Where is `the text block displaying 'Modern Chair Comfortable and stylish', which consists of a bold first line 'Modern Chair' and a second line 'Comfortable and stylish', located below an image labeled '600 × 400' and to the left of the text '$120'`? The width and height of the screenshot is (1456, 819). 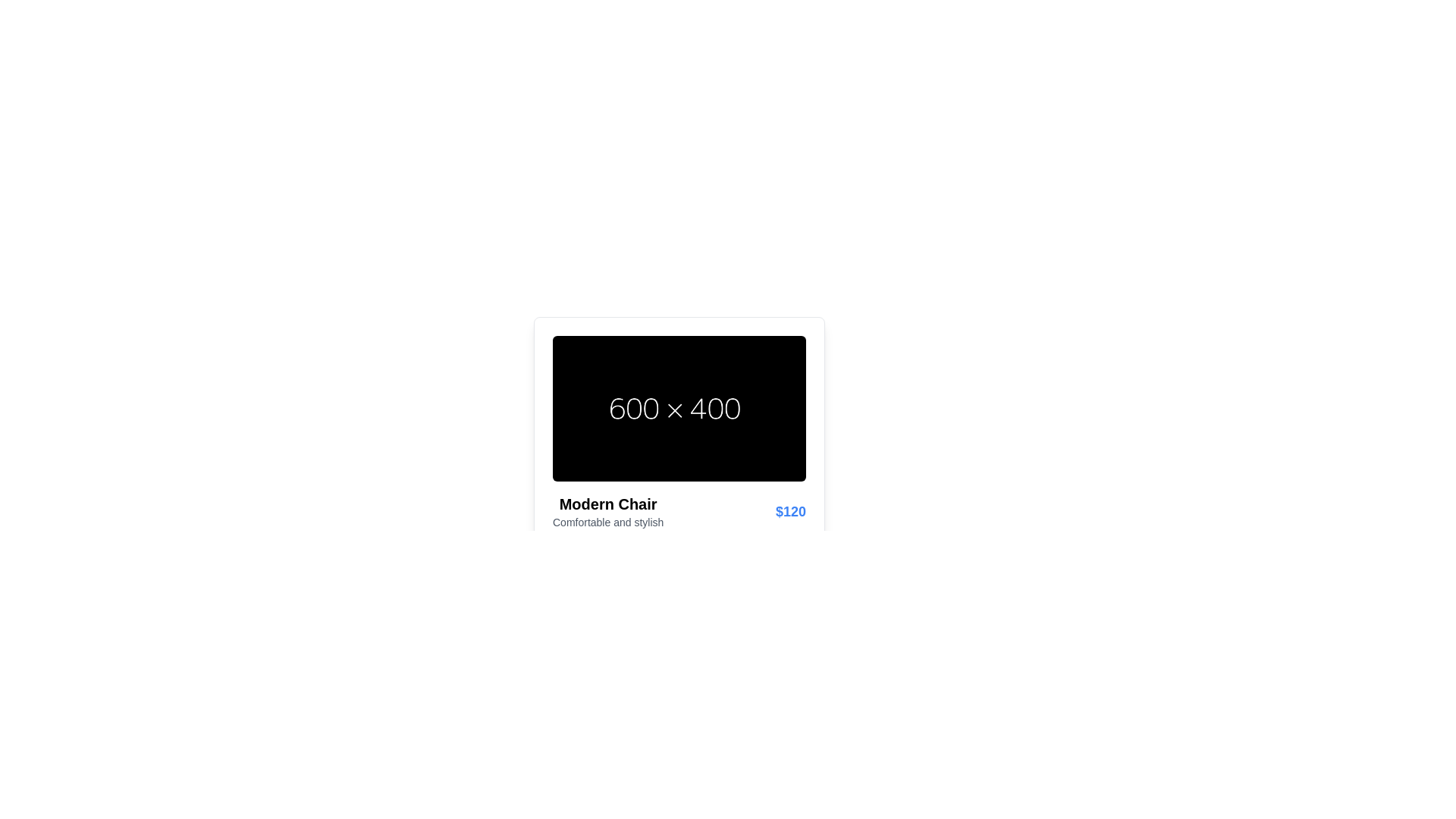
the text block displaying 'Modern Chair Comfortable and stylish', which consists of a bold first line 'Modern Chair' and a second line 'Comfortable and stylish', located below an image labeled '600 × 400' and to the left of the text '$120' is located at coordinates (608, 512).